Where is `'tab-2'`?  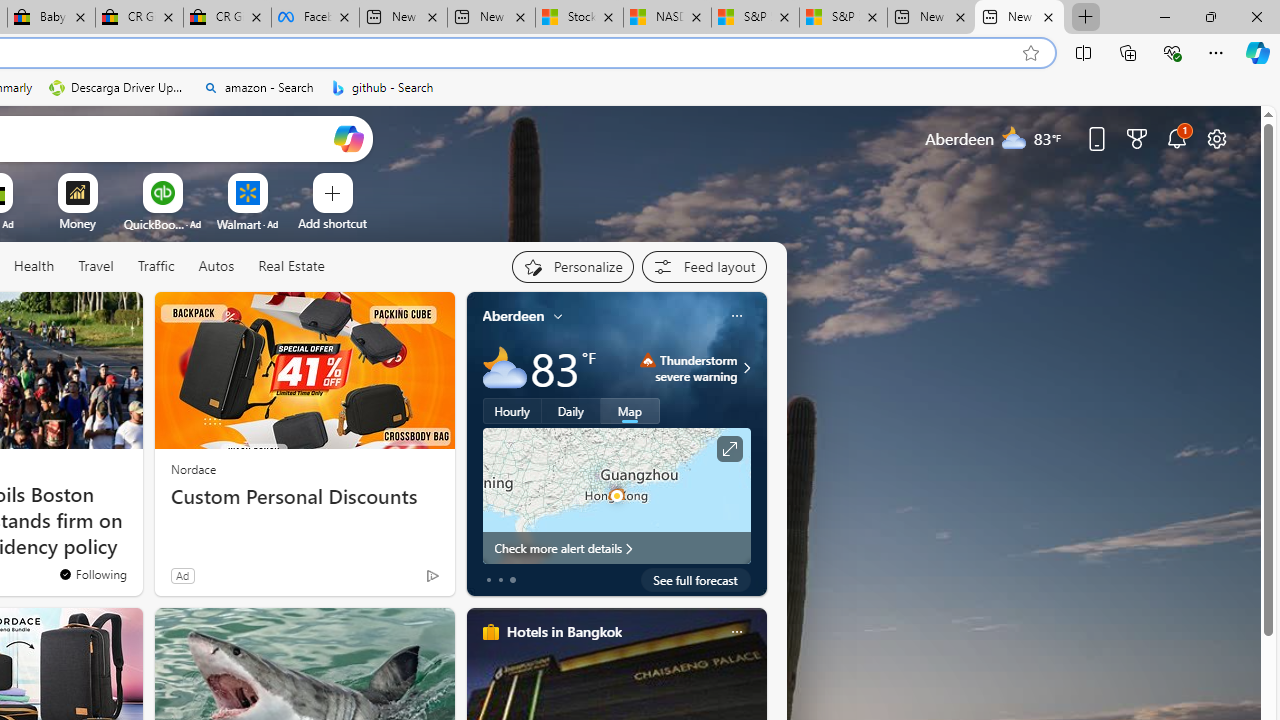 'tab-2' is located at coordinates (512, 579).